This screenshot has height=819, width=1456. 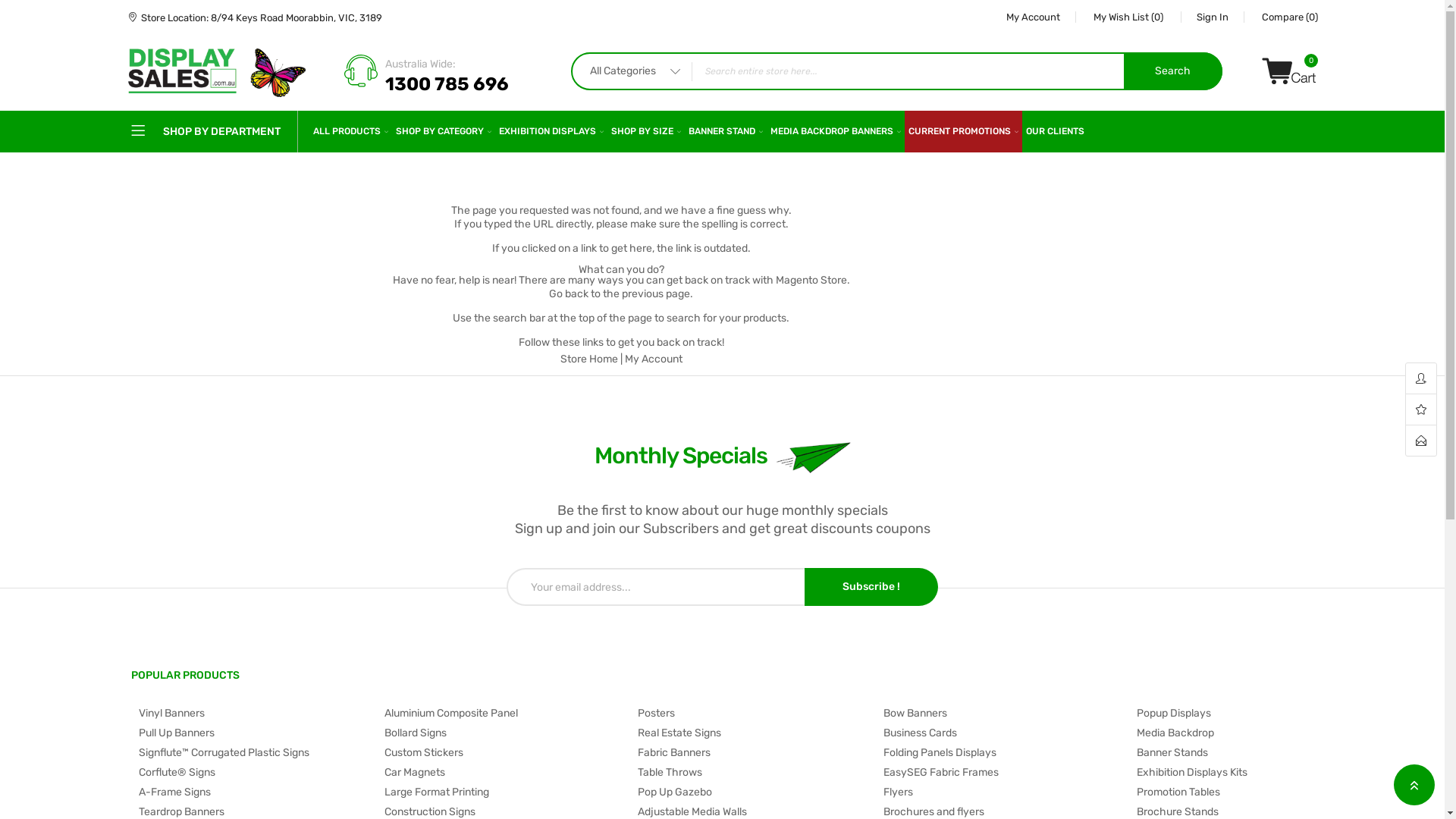 What do you see at coordinates (962, 130) in the screenshot?
I see `'CURRENT PROMOTIONS'` at bounding box center [962, 130].